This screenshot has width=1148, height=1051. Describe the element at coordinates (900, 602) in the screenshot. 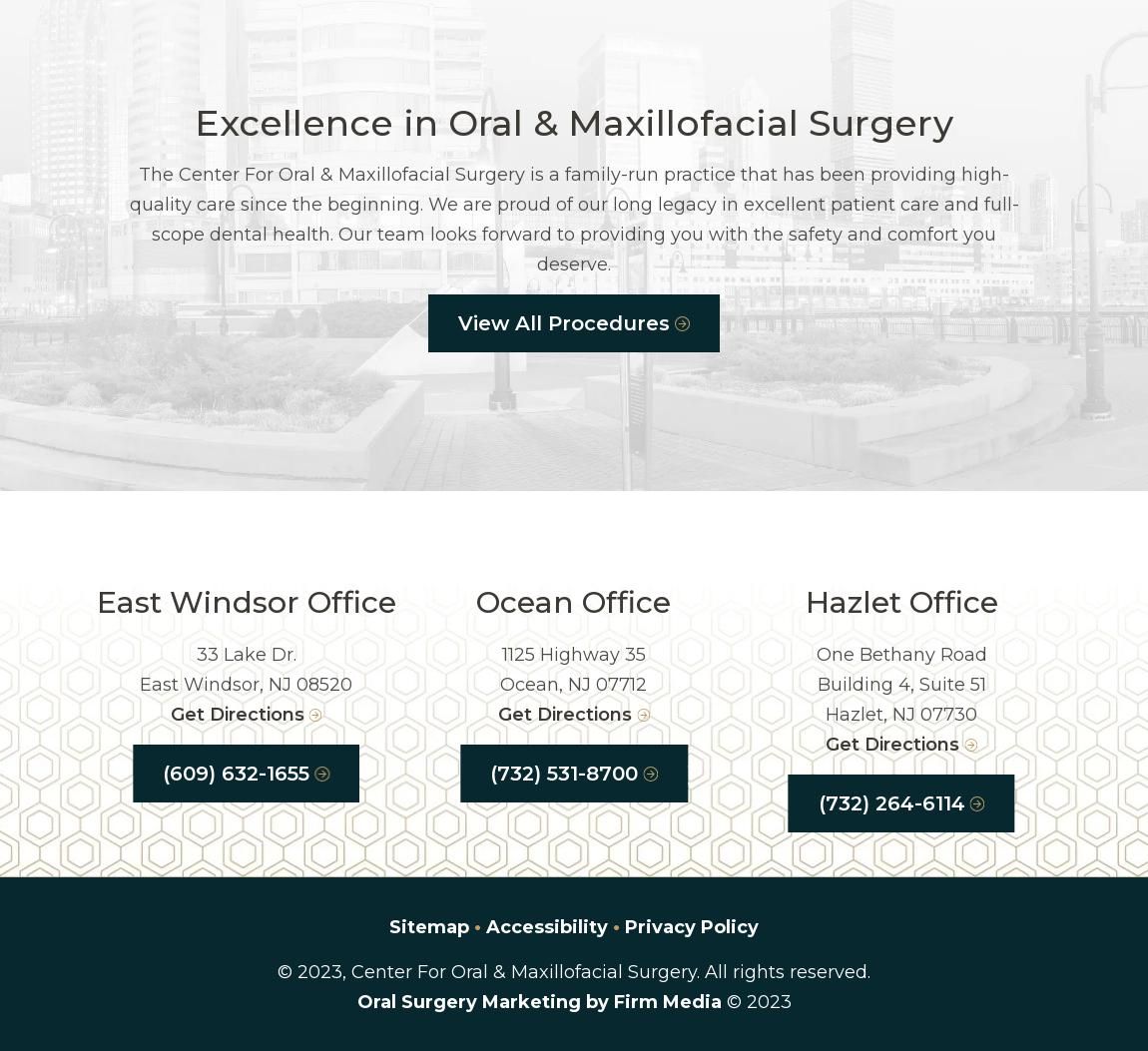

I see `'Hazlet Office'` at that location.